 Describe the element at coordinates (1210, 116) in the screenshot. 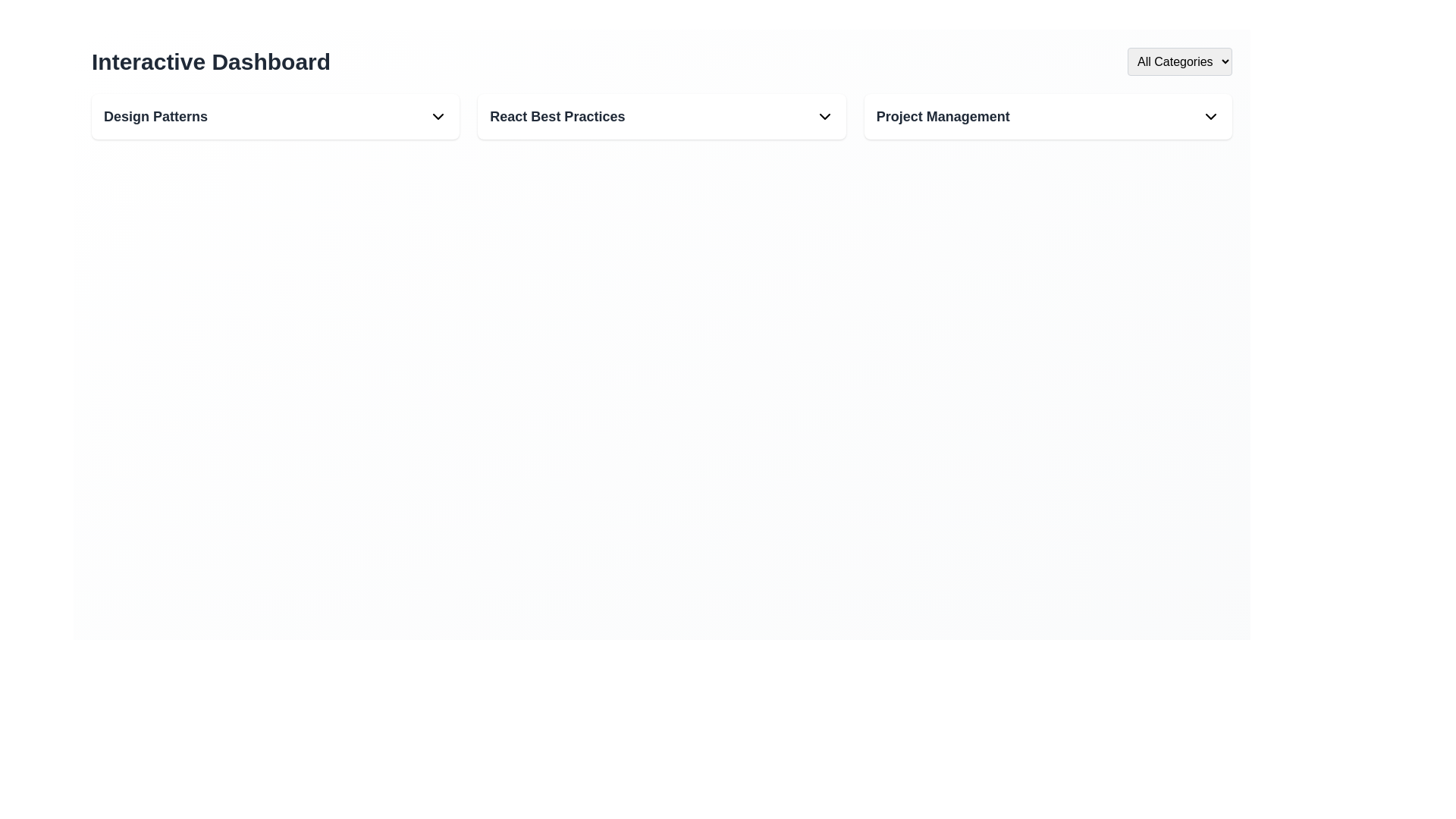

I see `the downward-pointing chevron icon button at the far-right end of the 'Project Management' section` at that location.